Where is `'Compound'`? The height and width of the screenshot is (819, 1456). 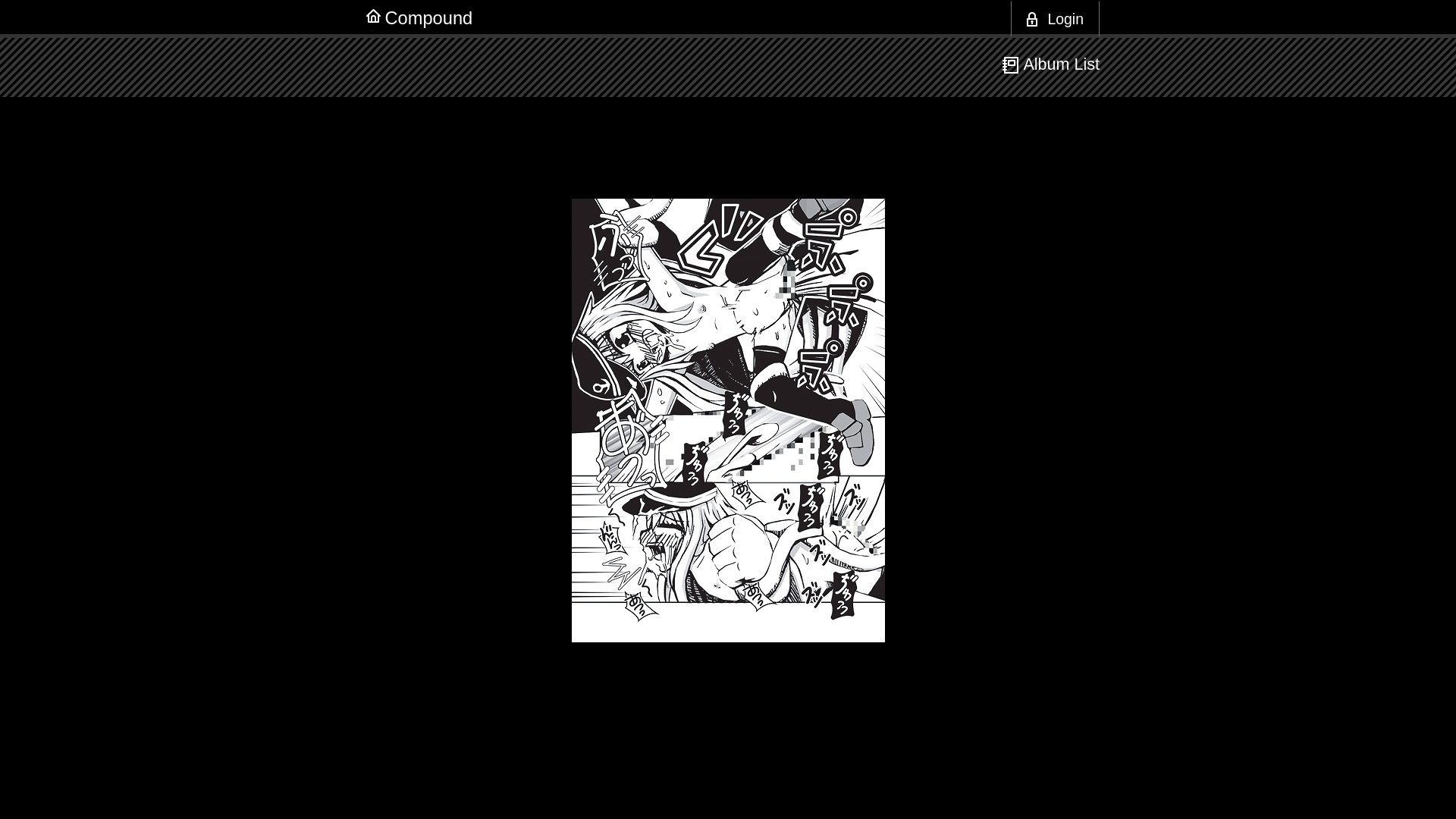 'Compound' is located at coordinates (428, 17).